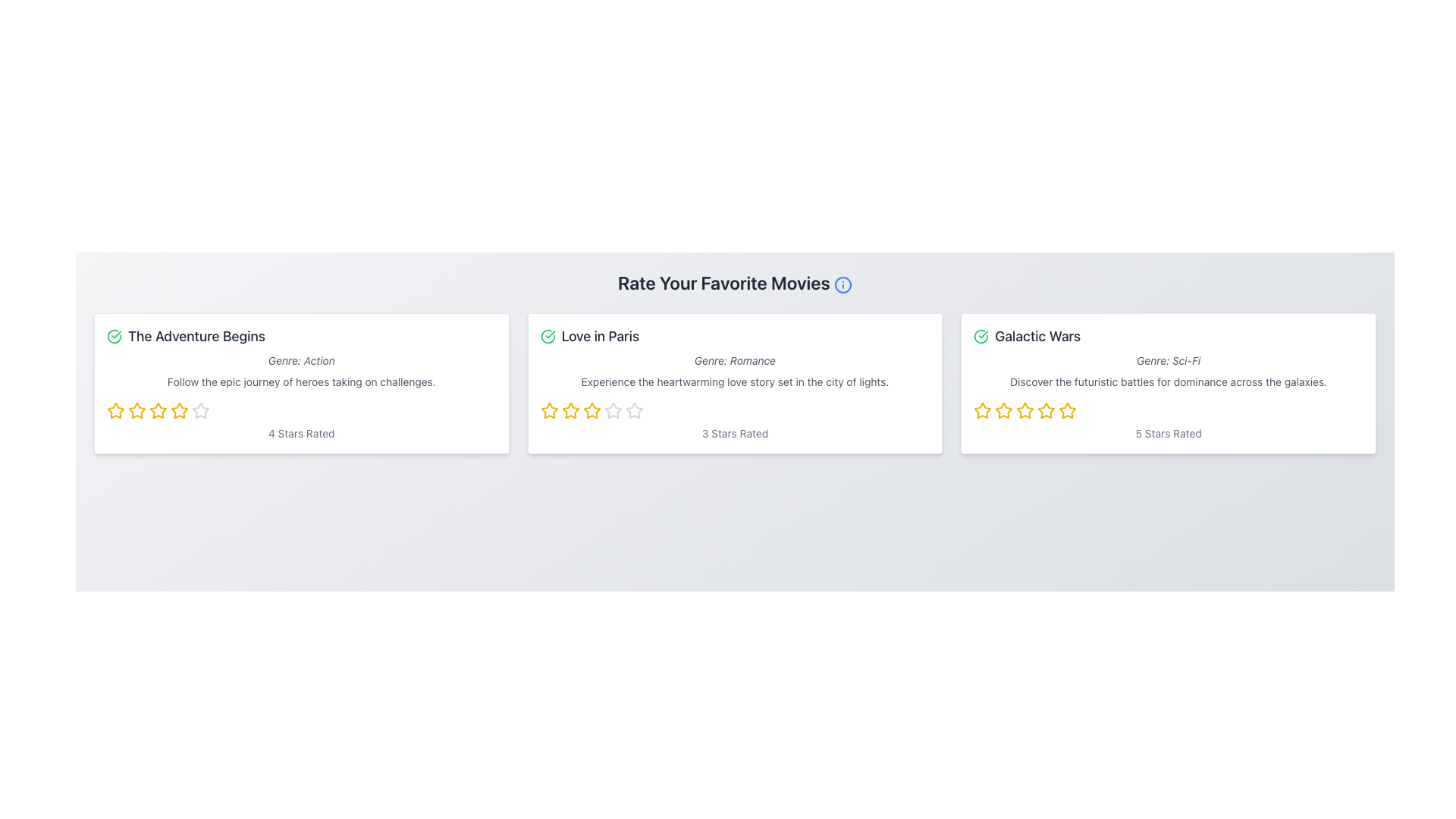 This screenshot has width=1456, height=819. What do you see at coordinates (548, 411) in the screenshot?
I see `the first rating star icon (hollow yellow star) below the 'Love in Paris' movie card using keyboard focus` at bounding box center [548, 411].